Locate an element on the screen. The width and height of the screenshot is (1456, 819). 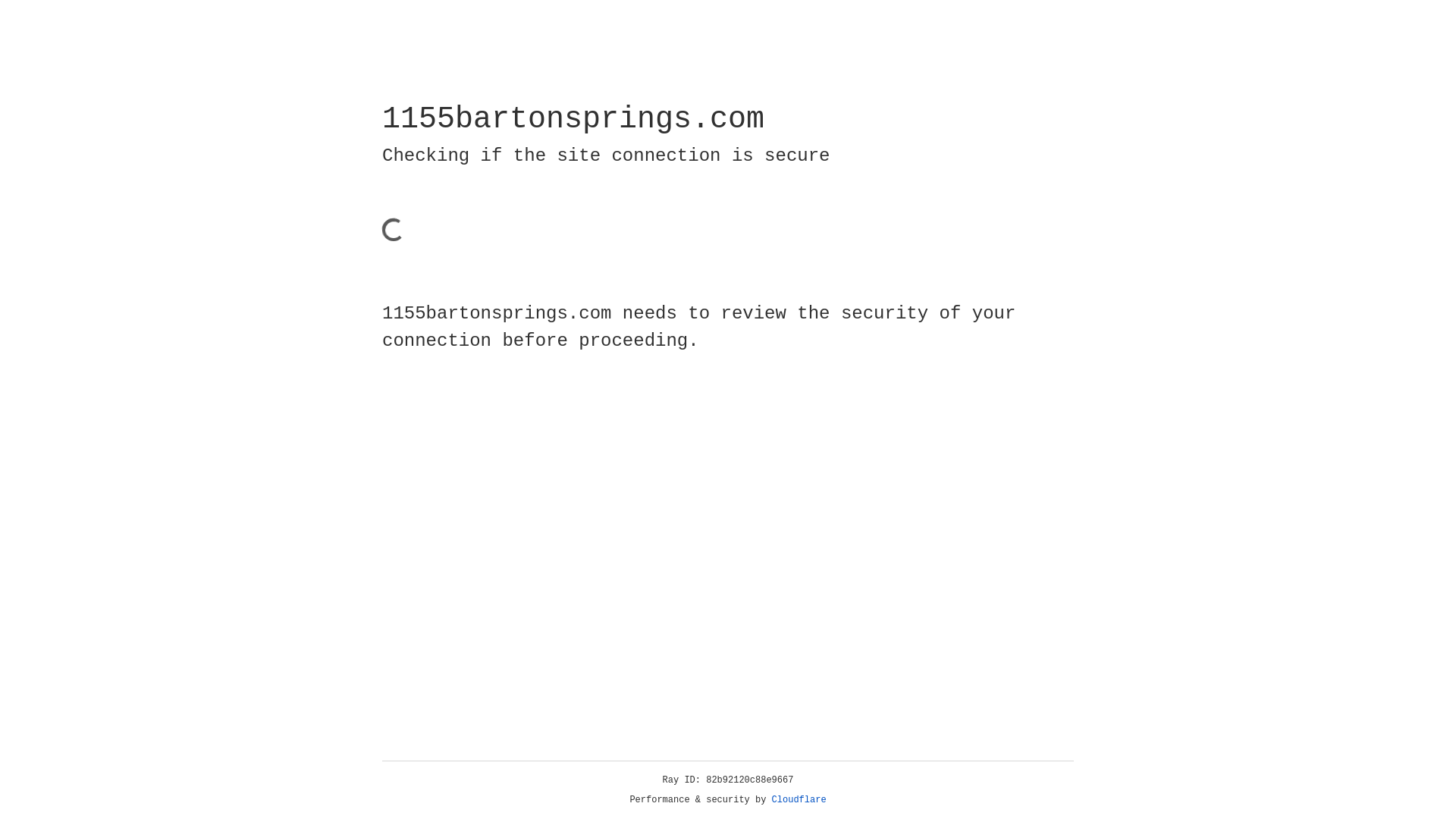
'Cloudflare' is located at coordinates (799, 799).